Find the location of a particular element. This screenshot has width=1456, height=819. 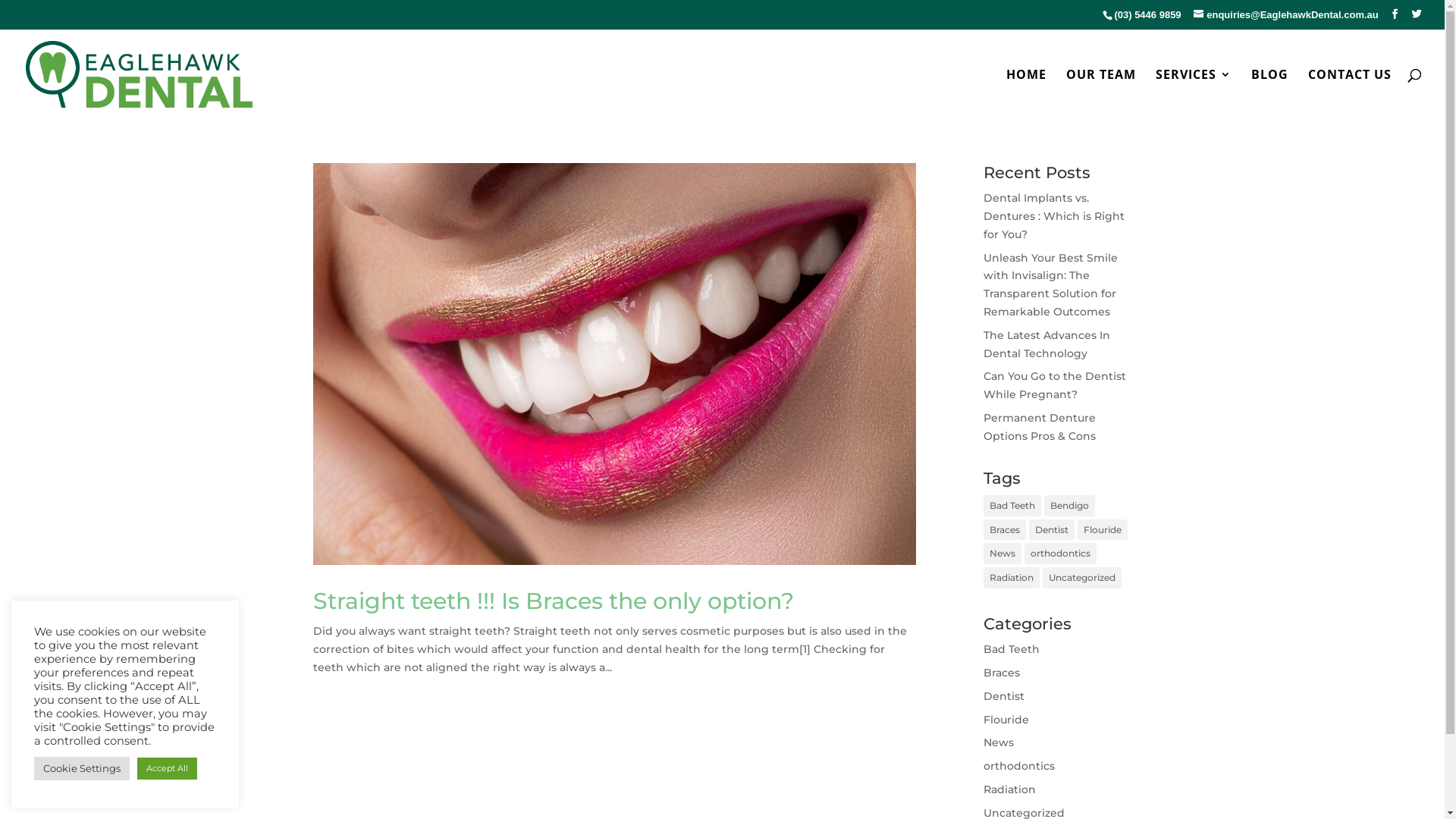

'The Latest Advances In Dental Technology' is located at coordinates (983, 344).